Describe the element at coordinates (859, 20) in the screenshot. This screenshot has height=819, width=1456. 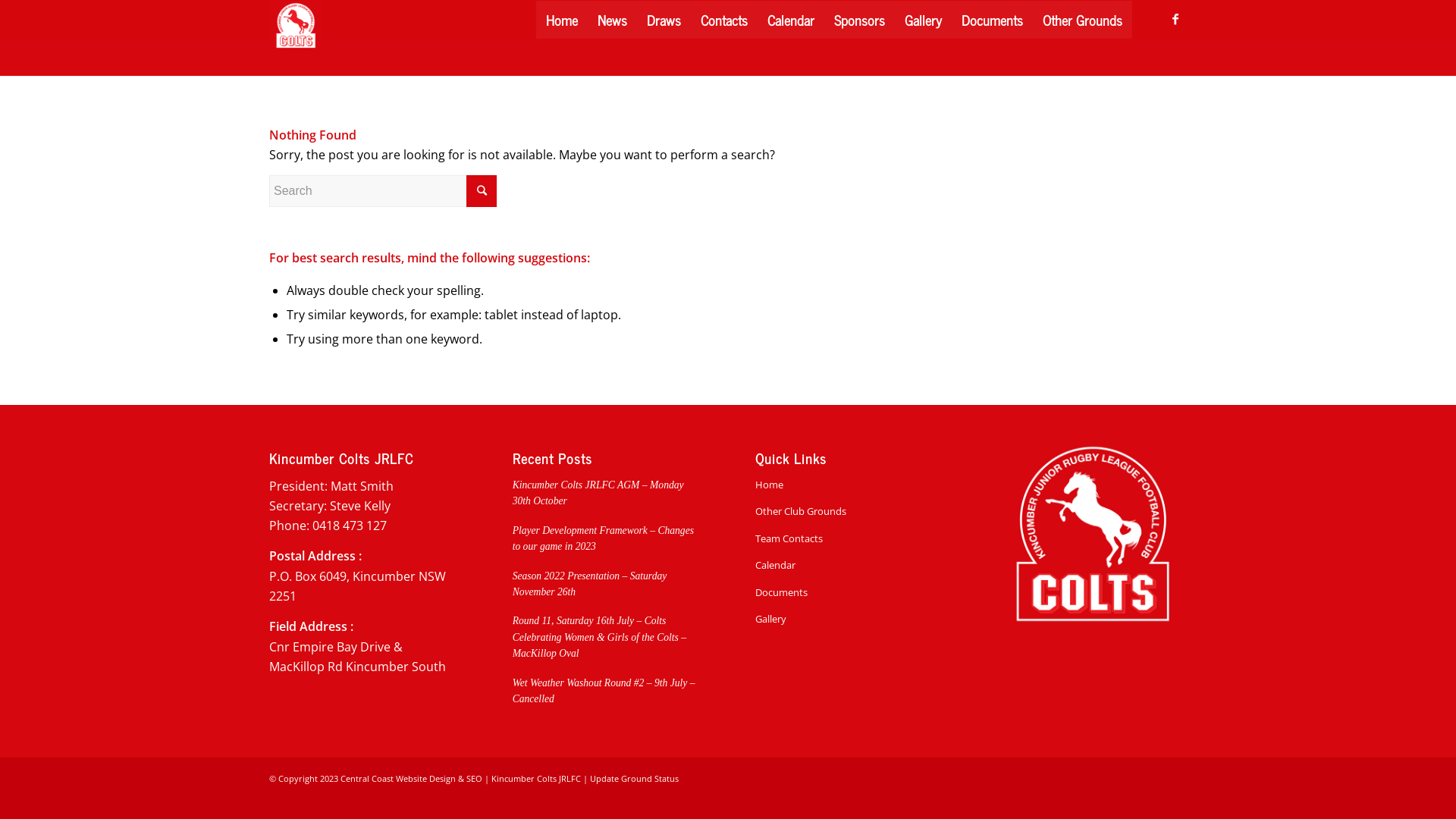
I see `'Sponsors'` at that location.